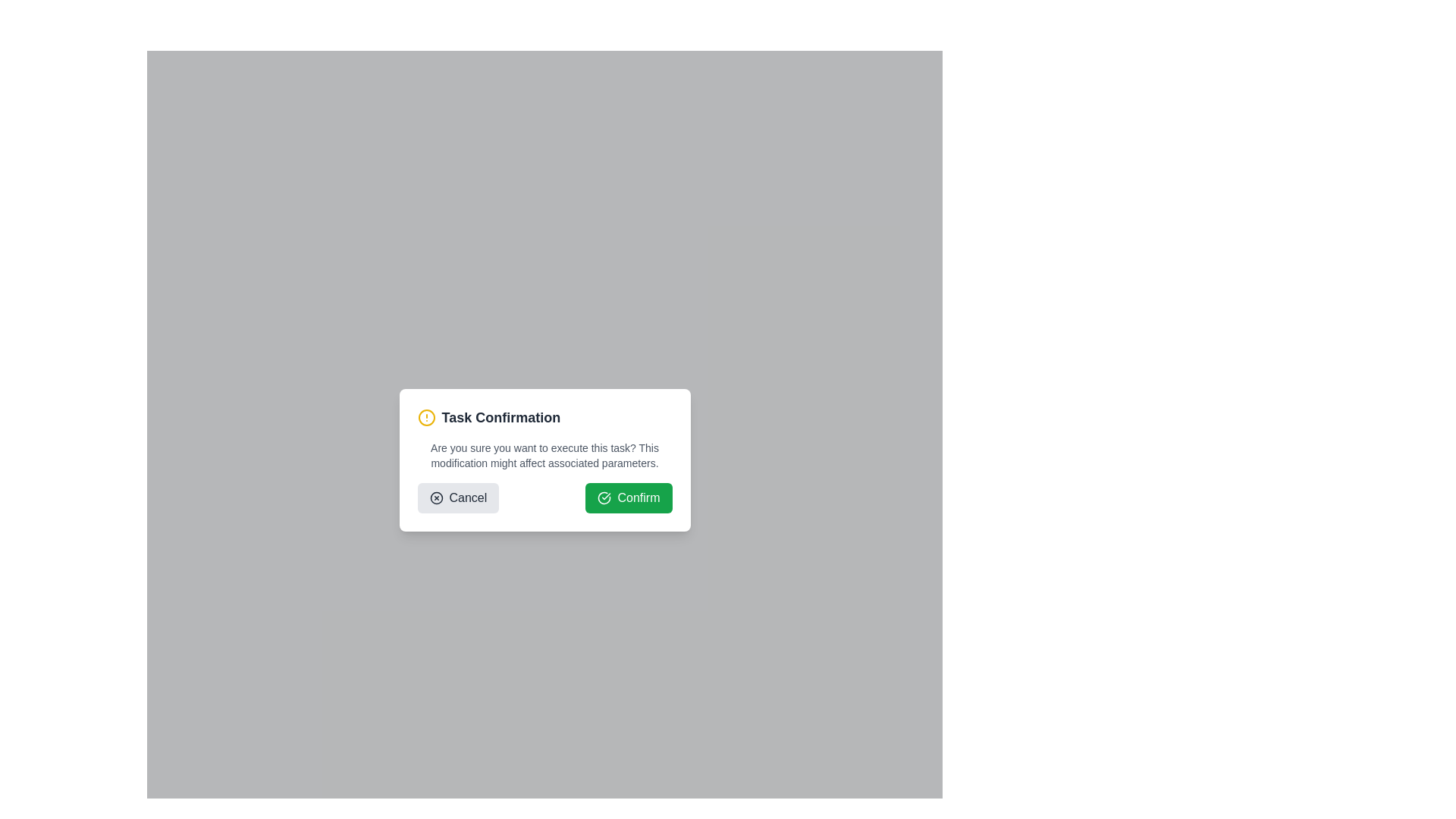 This screenshot has width=1456, height=819. I want to click on the circular graphic element that is part of the close button design adjacent to the 'Cancel' button in the confirmation dialog, so click(435, 497).